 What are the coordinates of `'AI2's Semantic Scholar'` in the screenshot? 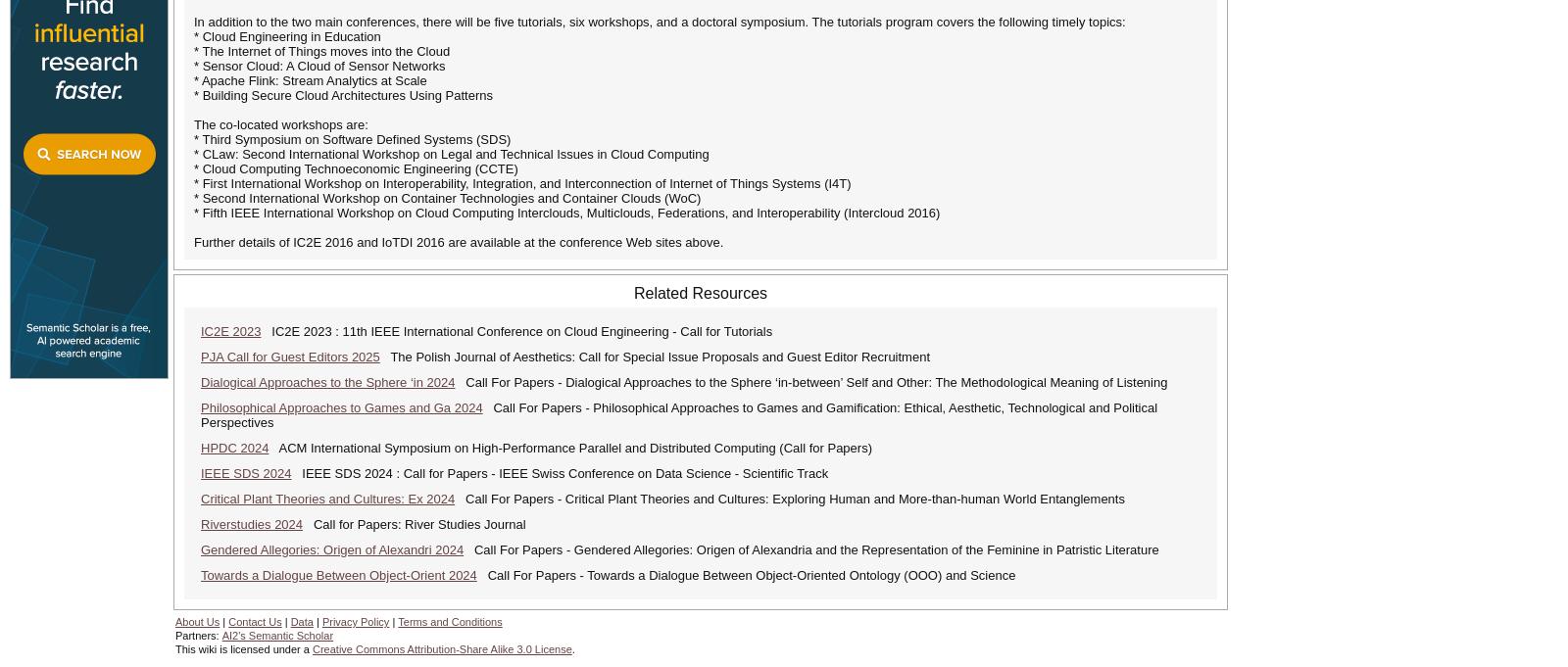 It's located at (277, 635).